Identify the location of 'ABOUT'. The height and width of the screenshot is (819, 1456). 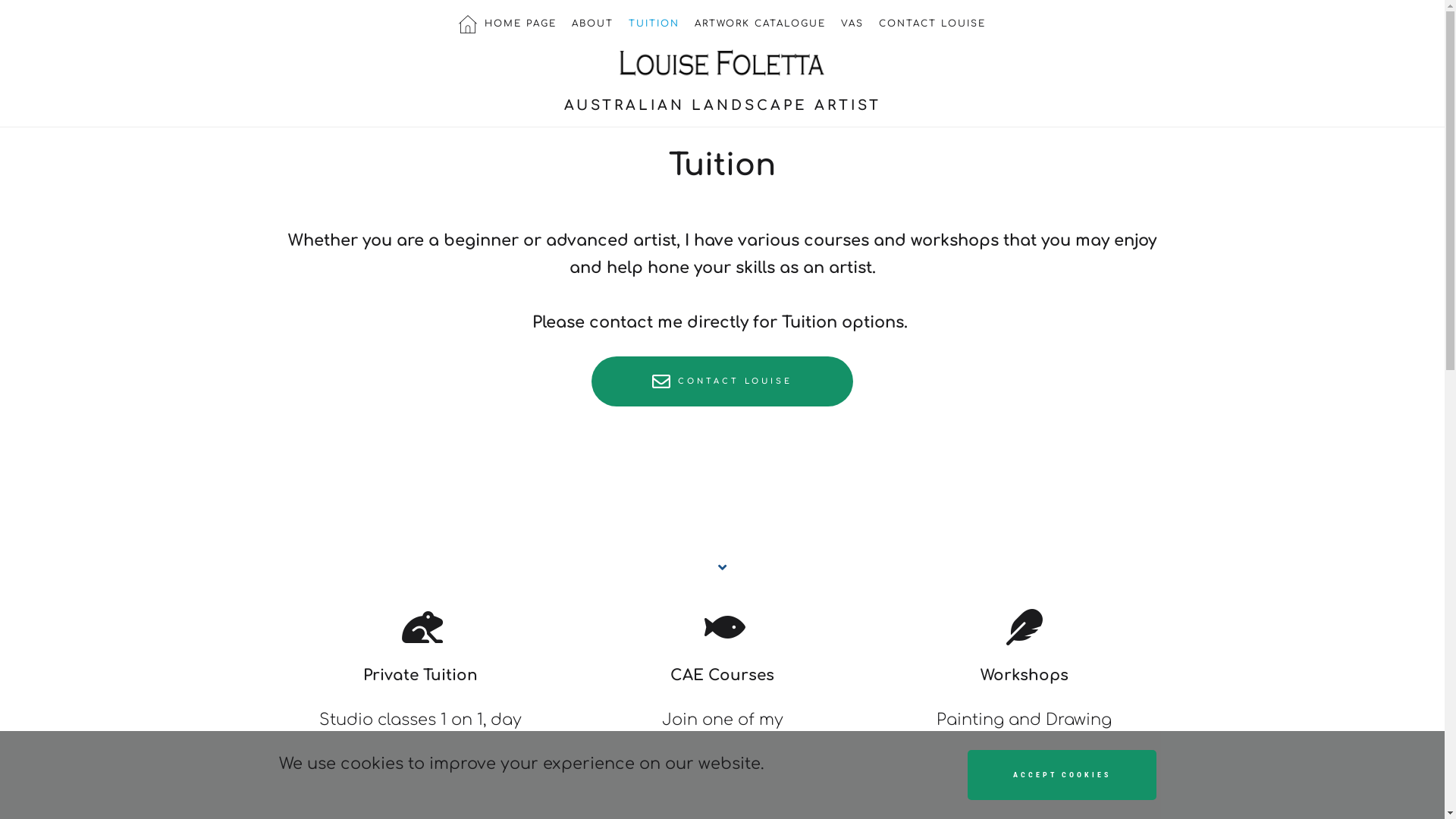
(591, 23).